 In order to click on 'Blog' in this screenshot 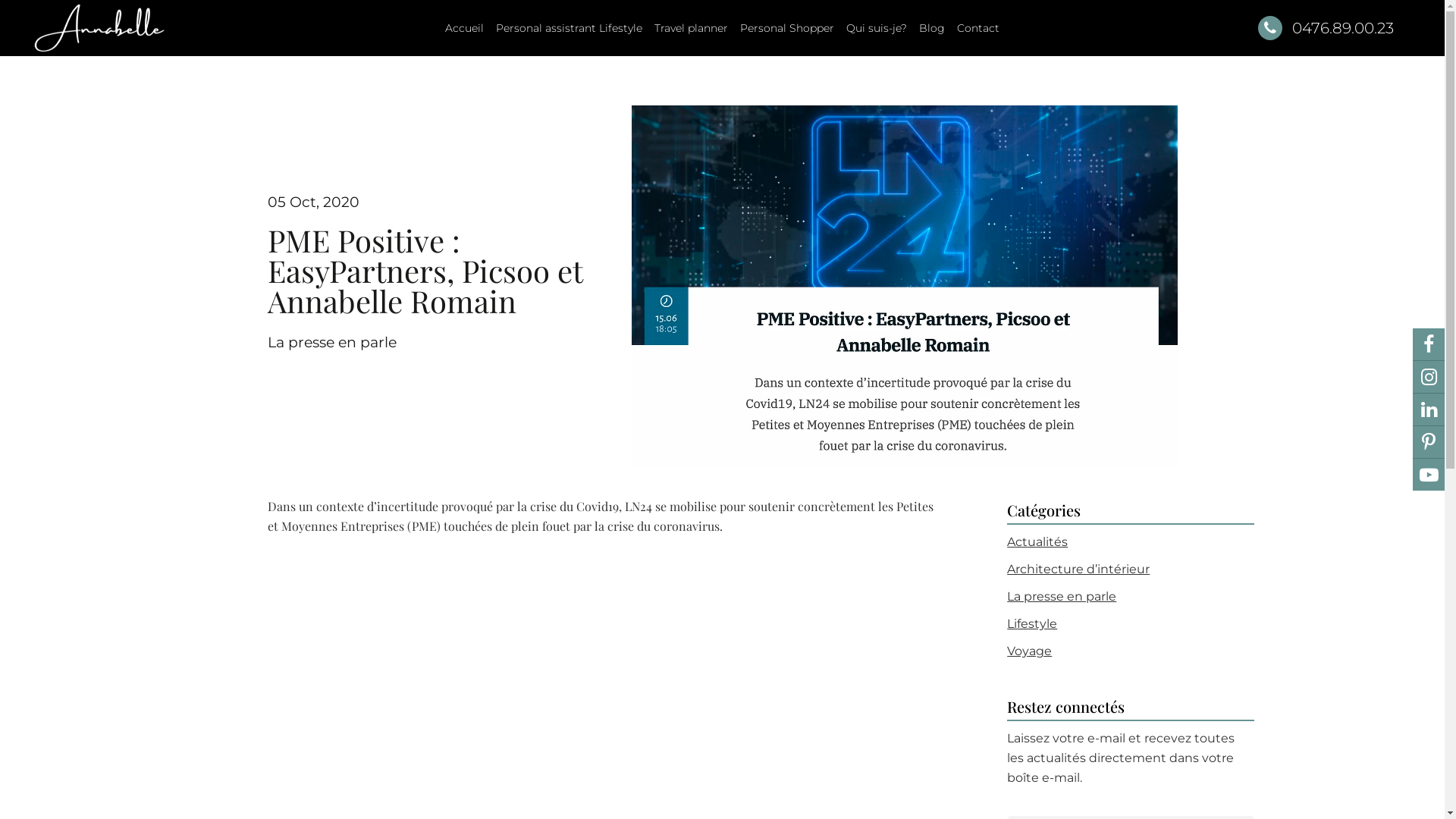, I will do `click(930, 28)`.